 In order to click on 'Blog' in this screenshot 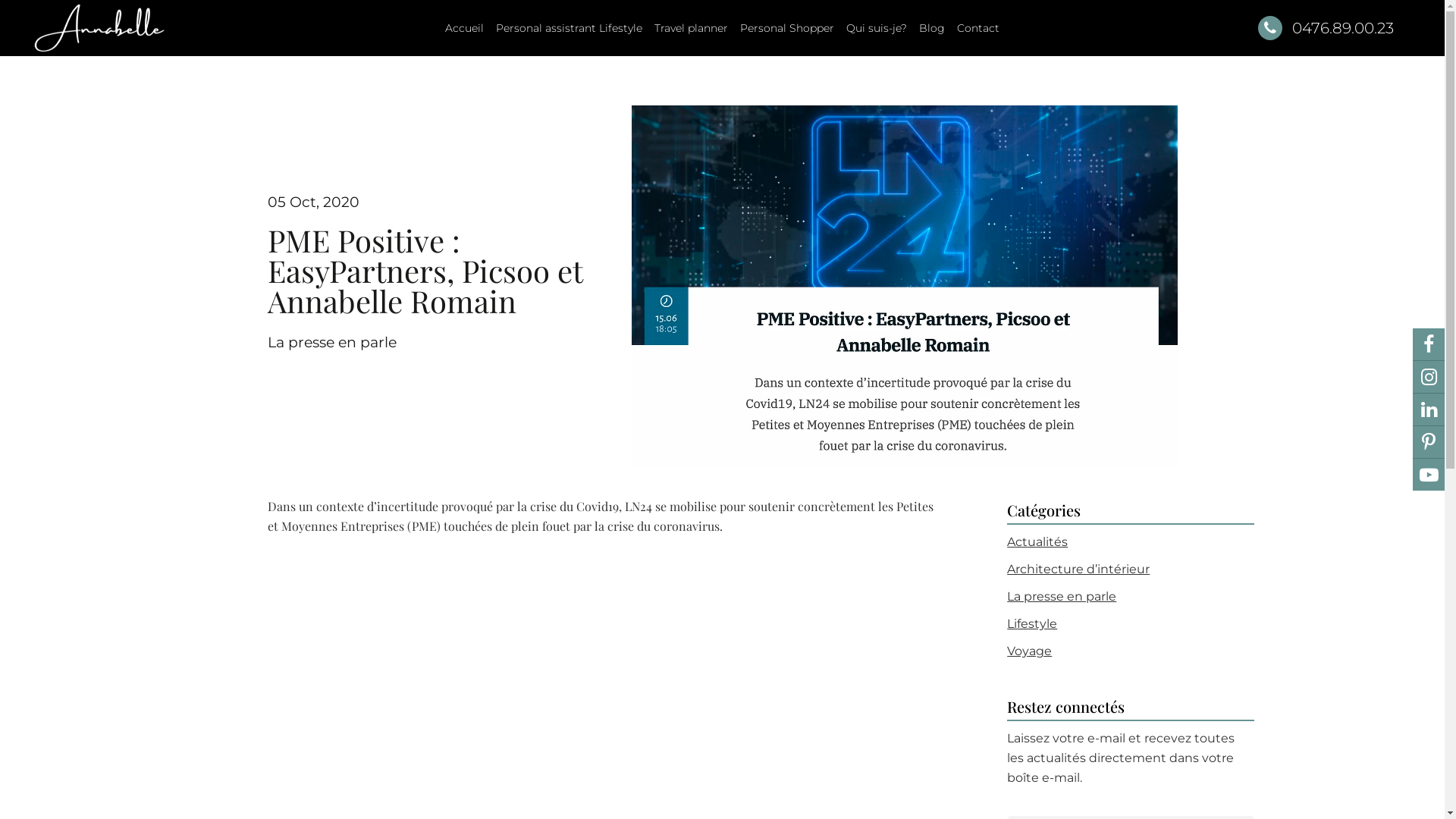, I will do `click(930, 28)`.